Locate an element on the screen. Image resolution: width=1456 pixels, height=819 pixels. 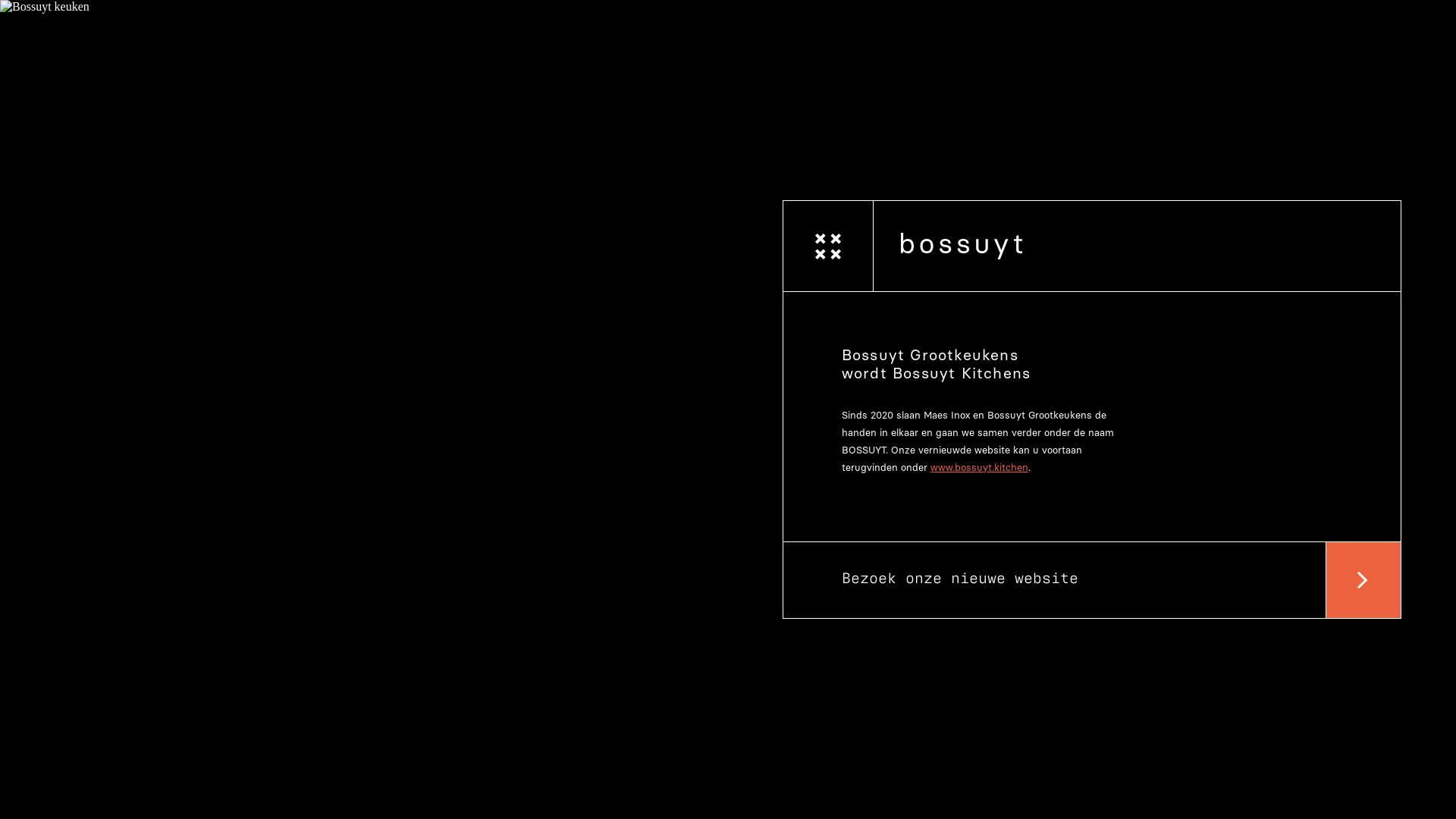
'www.bossuyt.kitchen' is located at coordinates (979, 466).